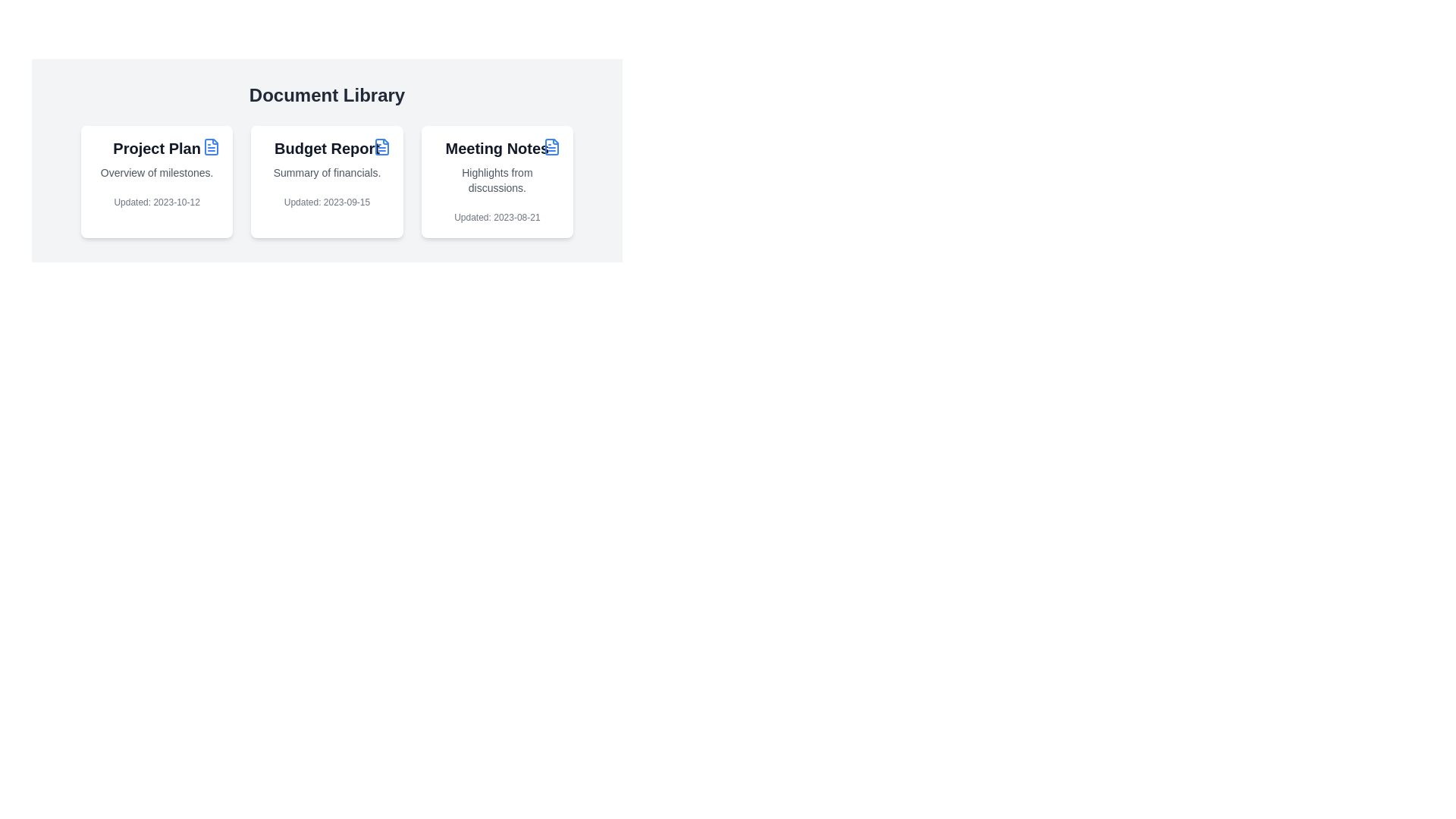 This screenshot has height=819, width=1456. What do you see at coordinates (326, 96) in the screenshot?
I see `the heading labeled 'Document Library' which indicates the content below pertains to that section` at bounding box center [326, 96].